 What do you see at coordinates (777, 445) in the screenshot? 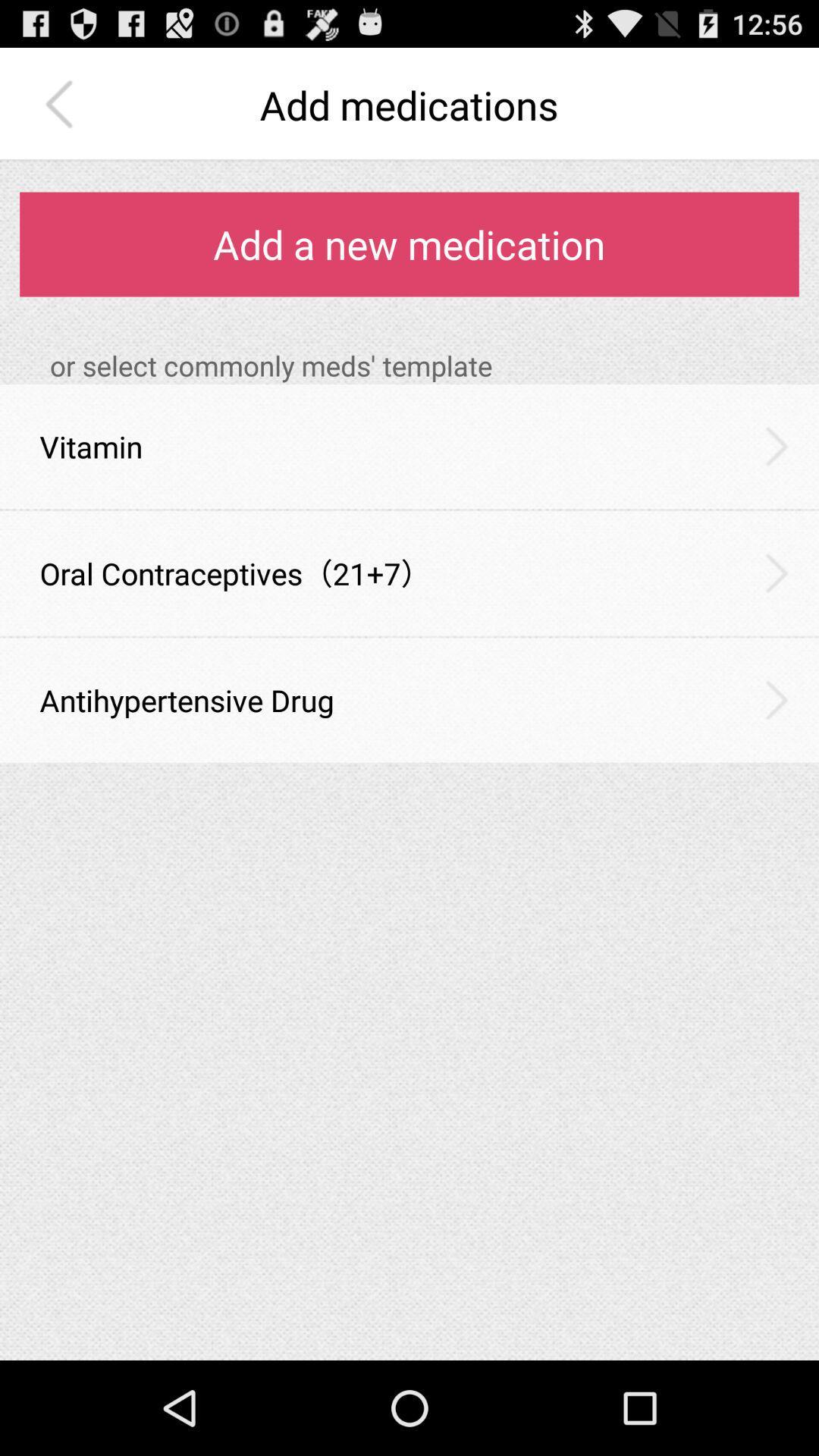
I see `item below the or select commonly` at bounding box center [777, 445].